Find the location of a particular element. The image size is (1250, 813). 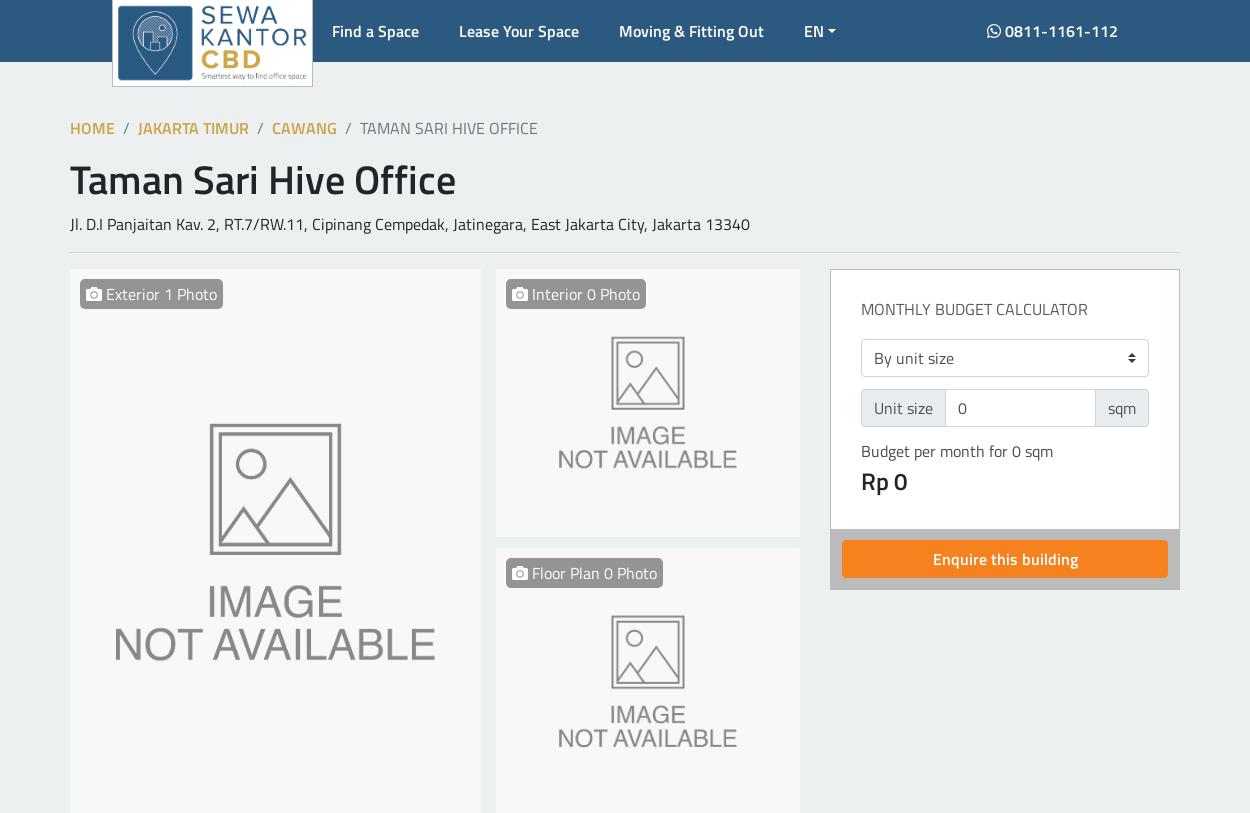

'Cawang' is located at coordinates (304, 126).